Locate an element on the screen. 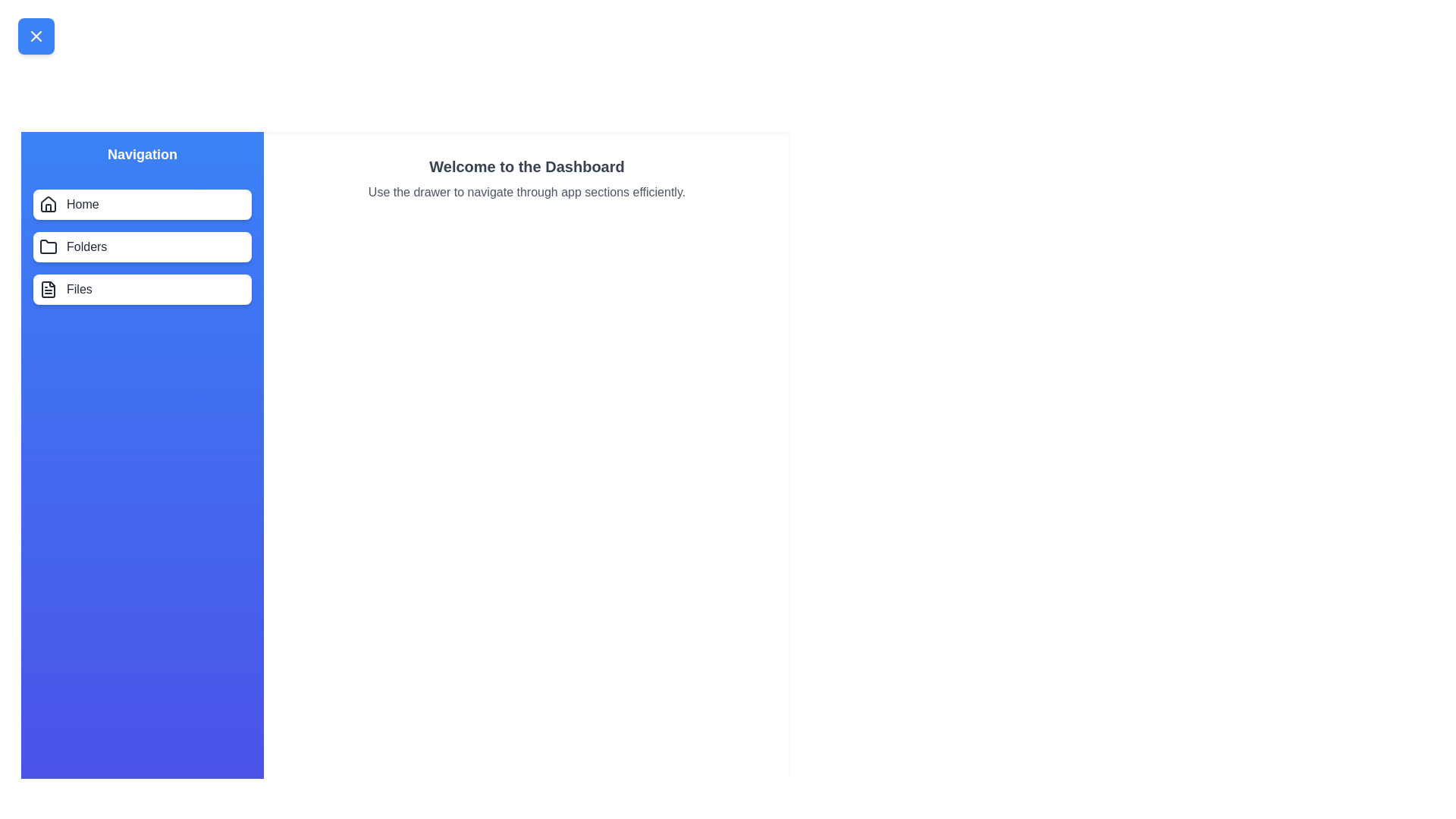 The image size is (1456, 819). the menu item Files is located at coordinates (142, 289).